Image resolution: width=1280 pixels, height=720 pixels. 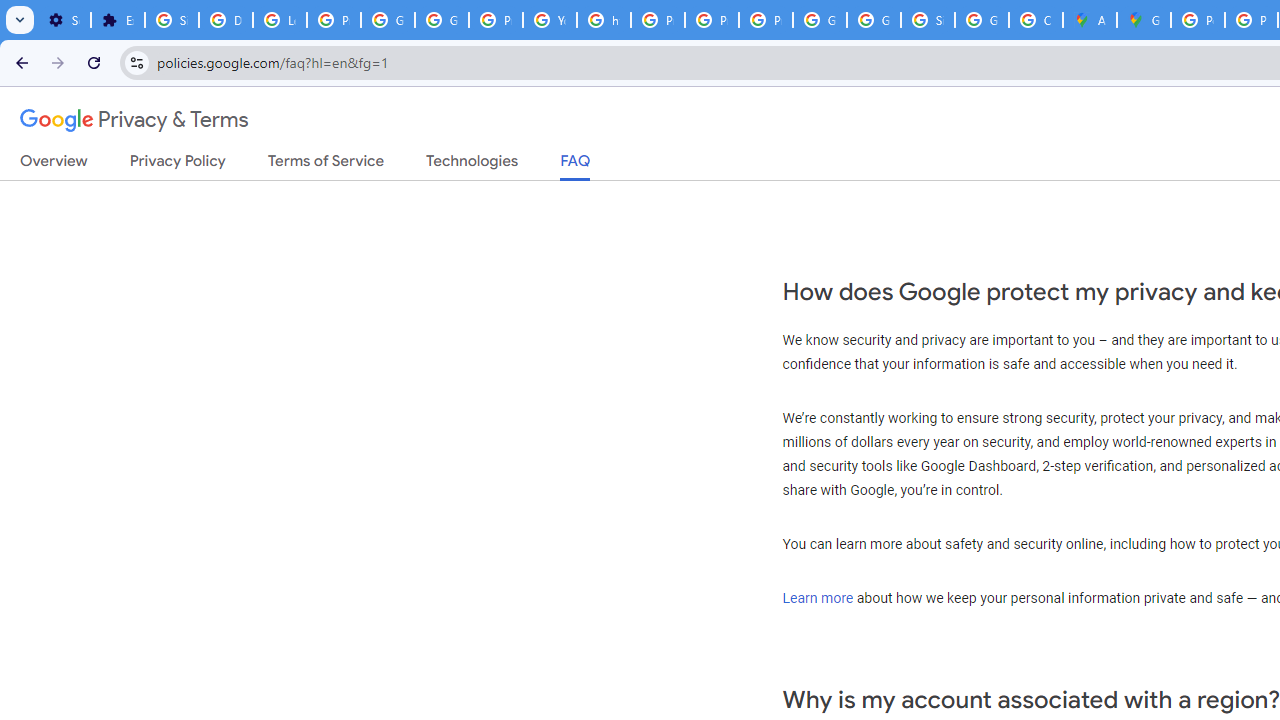 What do you see at coordinates (927, 20) in the screenshot?
I see `'Sign in - Google Accounts'` at bounding box center [927, 20].